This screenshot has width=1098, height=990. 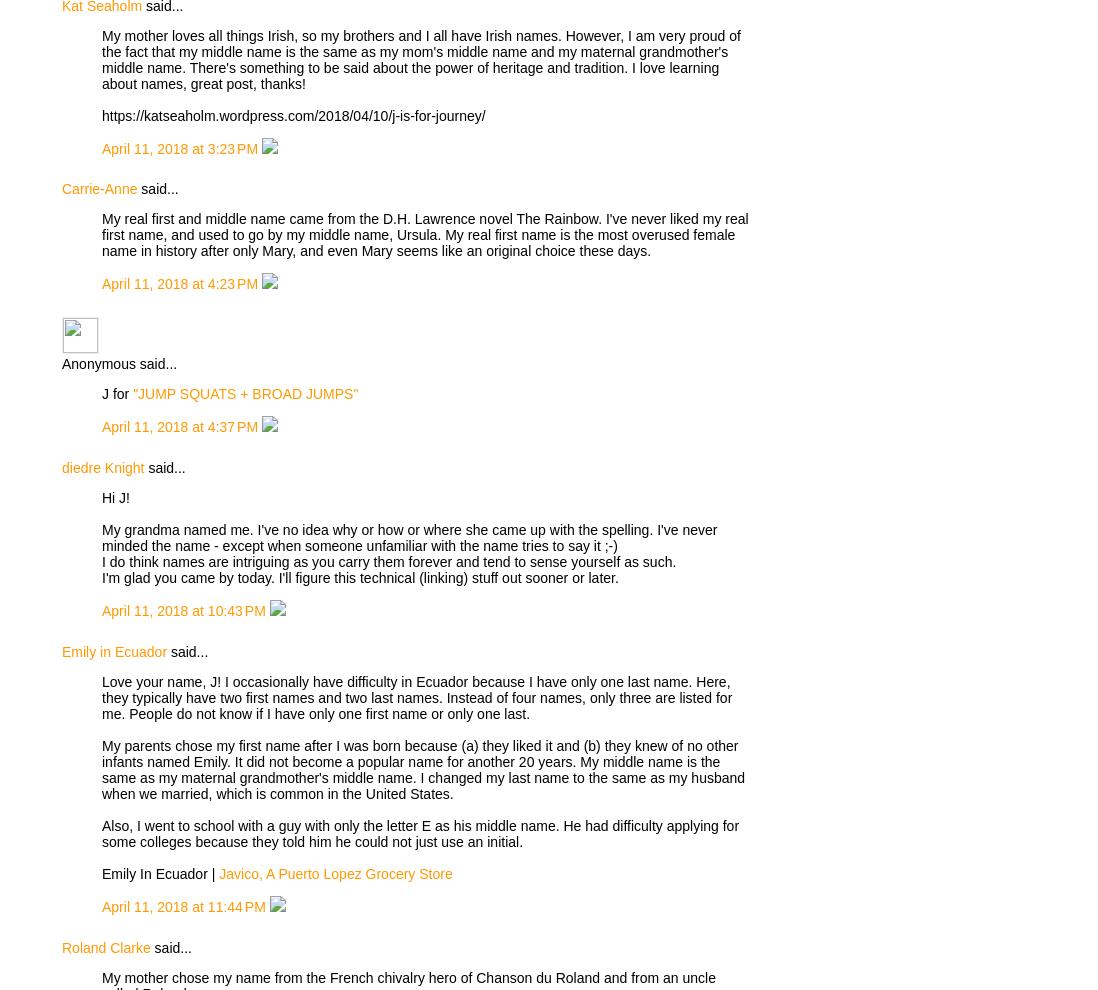 What do you see at coordinates (102, 114) in the screenshot?
I see `'https://katseaholm.wordpress.com/2018/04/10/j-is-for-journey/'` at bounding box center [102, 114].